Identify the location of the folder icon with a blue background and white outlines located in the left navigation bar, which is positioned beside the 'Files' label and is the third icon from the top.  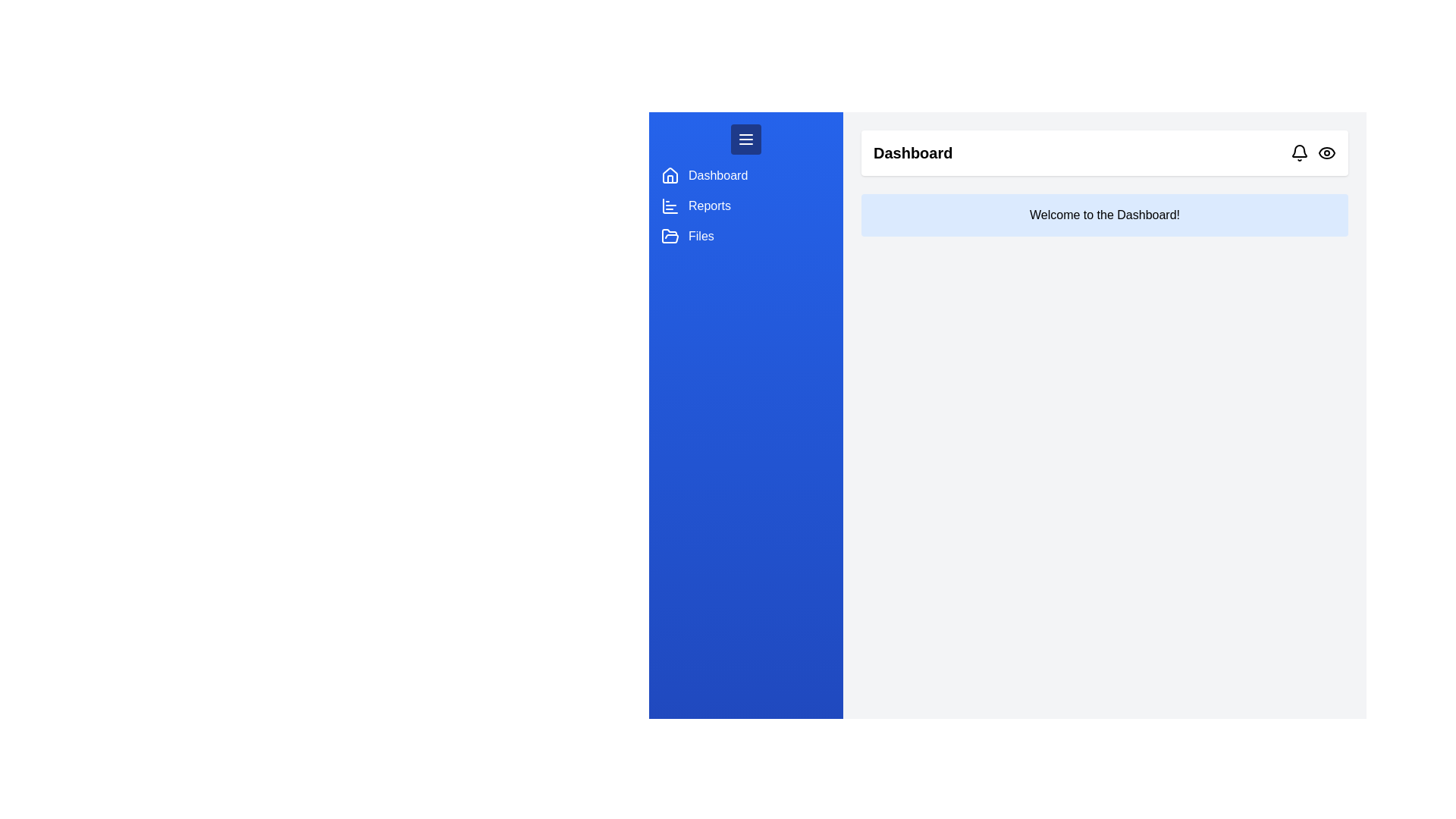
(669, 237).